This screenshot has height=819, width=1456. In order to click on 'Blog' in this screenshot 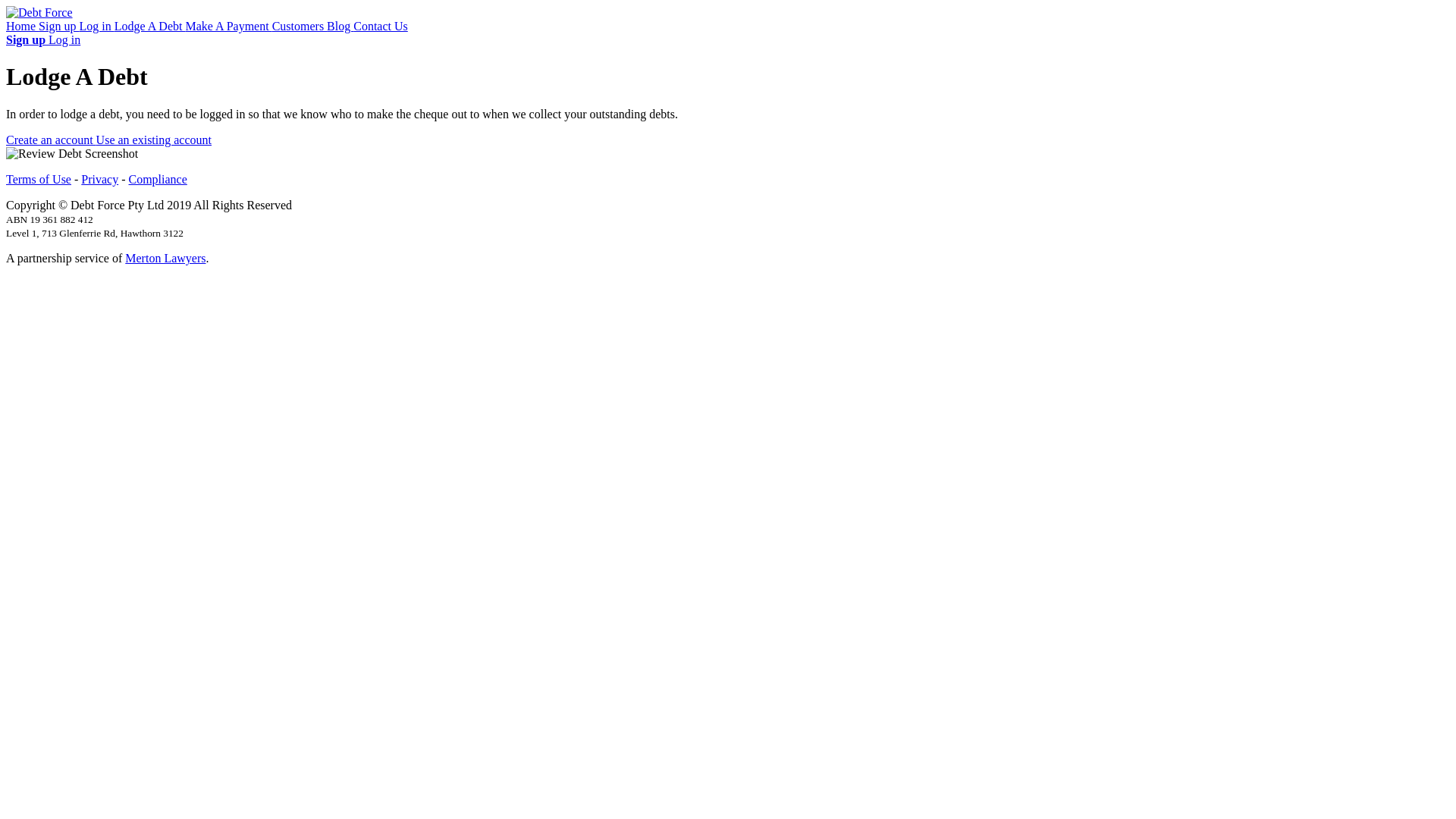, I will do `click(339, 26)`.